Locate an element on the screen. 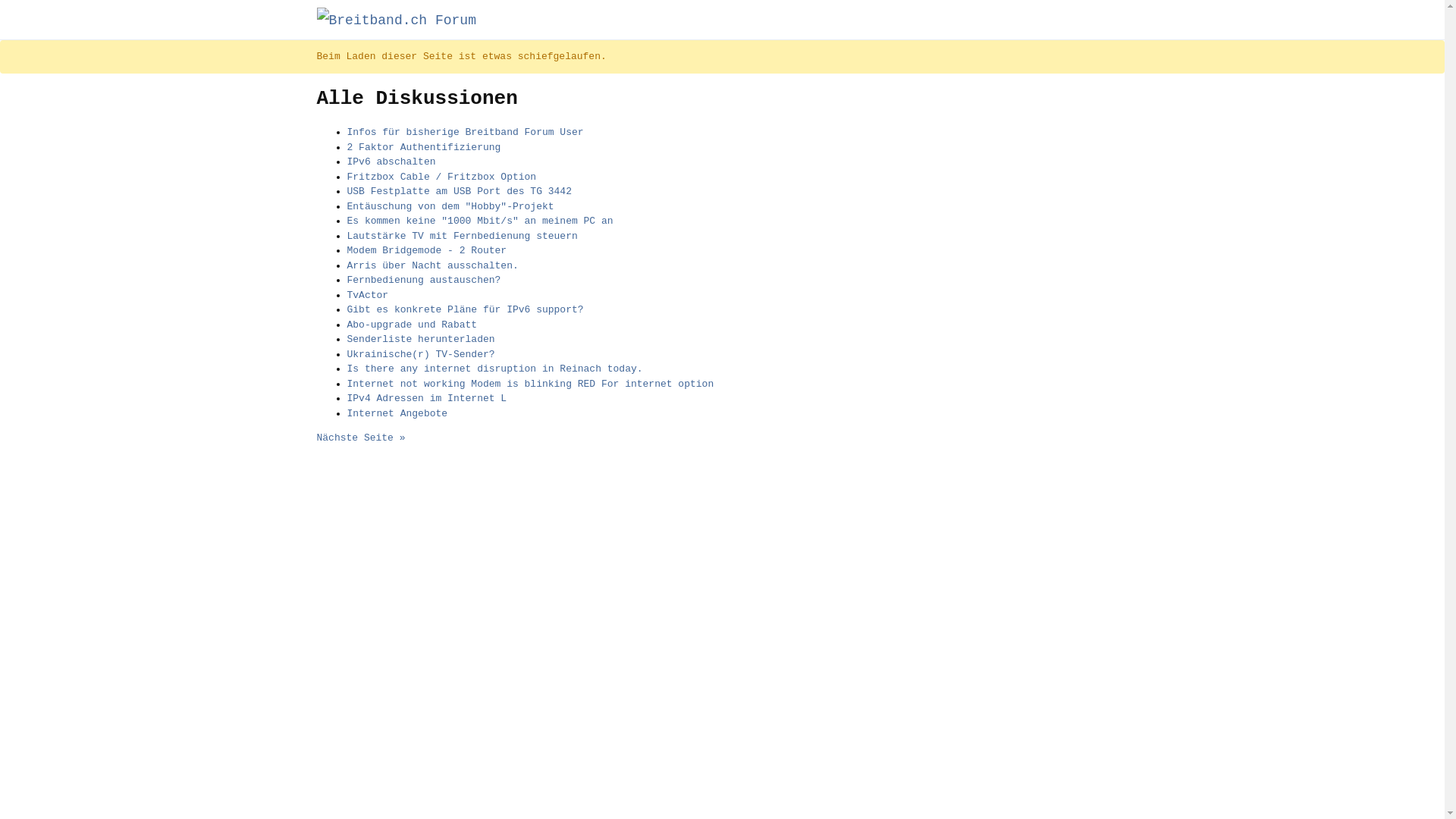 This screenshot has height=819, width=1456. 'Fritzbox Cable / Fritzbox Option' is located at coordinates (441, 176).